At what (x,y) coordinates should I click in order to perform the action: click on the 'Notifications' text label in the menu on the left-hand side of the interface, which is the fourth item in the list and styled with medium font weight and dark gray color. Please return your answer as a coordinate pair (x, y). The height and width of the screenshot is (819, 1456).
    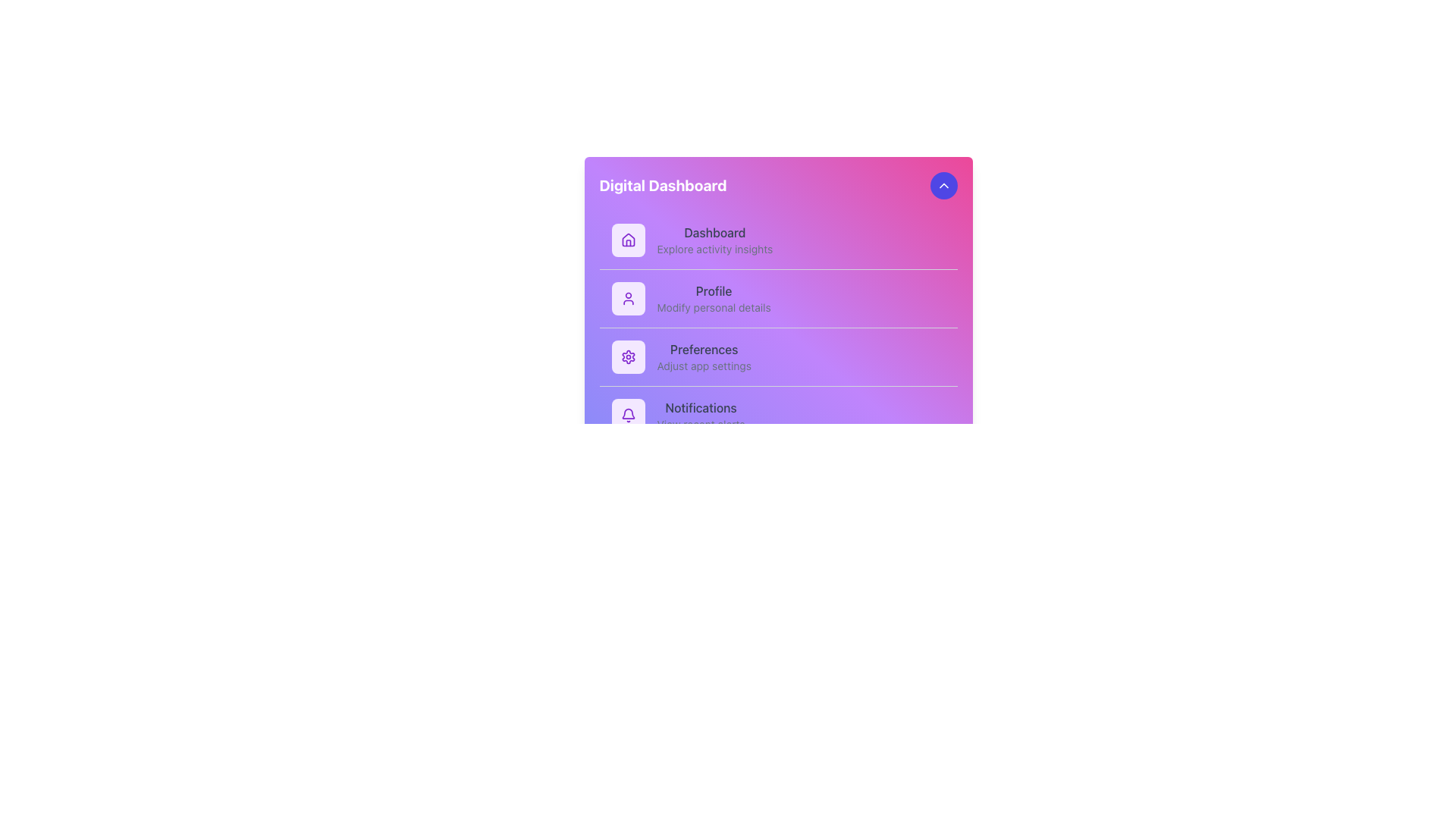
    Looking at the image, I should click on (700, 406).